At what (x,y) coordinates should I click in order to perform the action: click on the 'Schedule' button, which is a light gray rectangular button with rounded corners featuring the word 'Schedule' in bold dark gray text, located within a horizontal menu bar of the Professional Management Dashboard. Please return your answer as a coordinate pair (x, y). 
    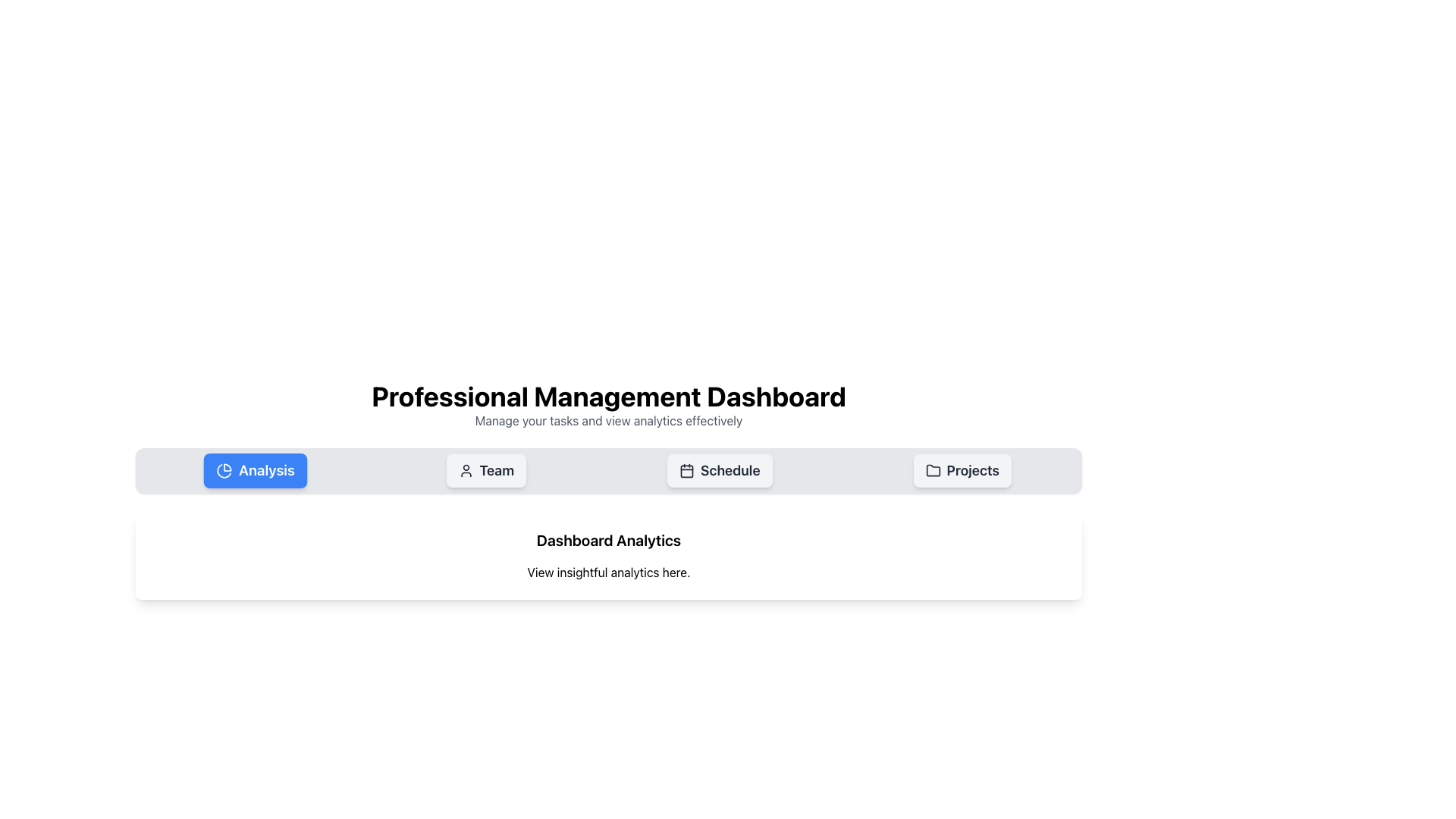
    Looking at the image, I should click on (730, 470).